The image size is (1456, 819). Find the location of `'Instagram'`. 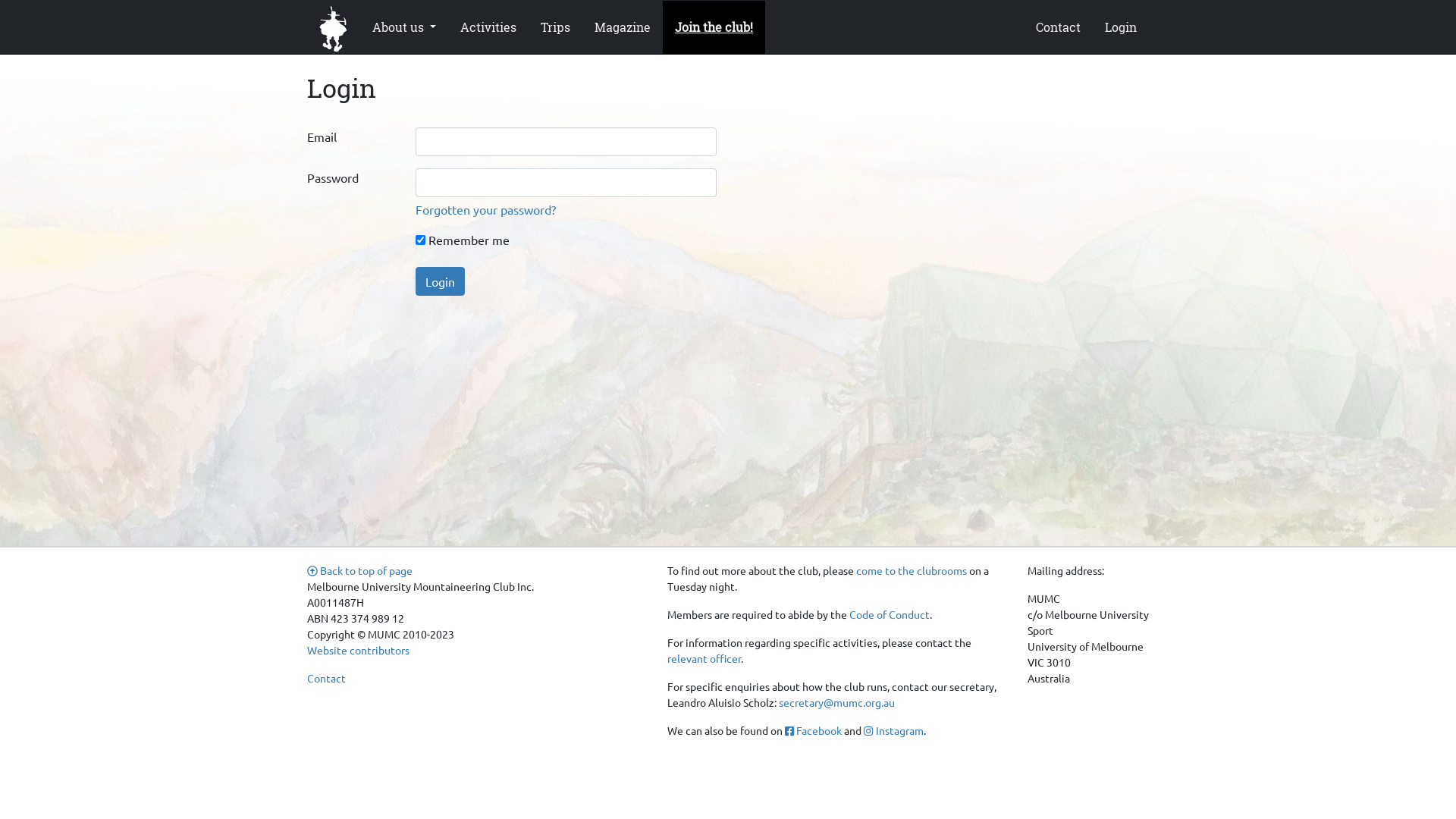

'Instagram' is located at coordinates (893, 730).